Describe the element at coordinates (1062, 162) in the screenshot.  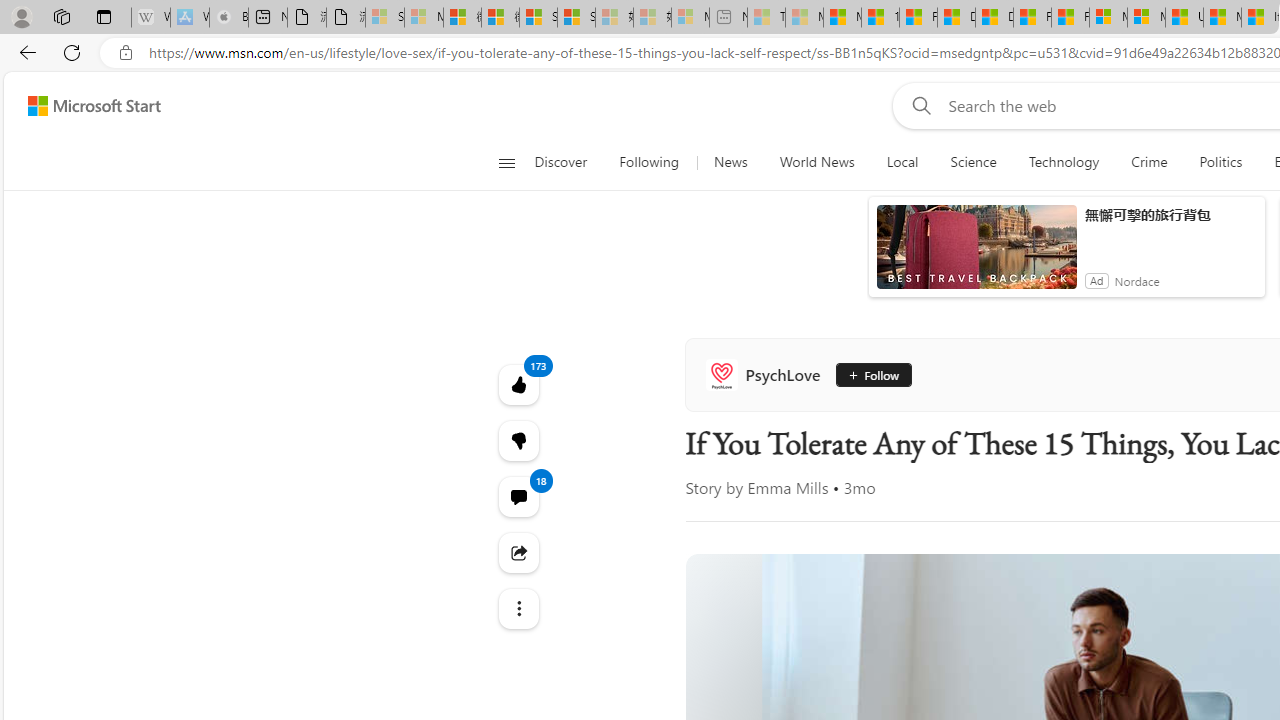
I see `'Technology'` at that location.